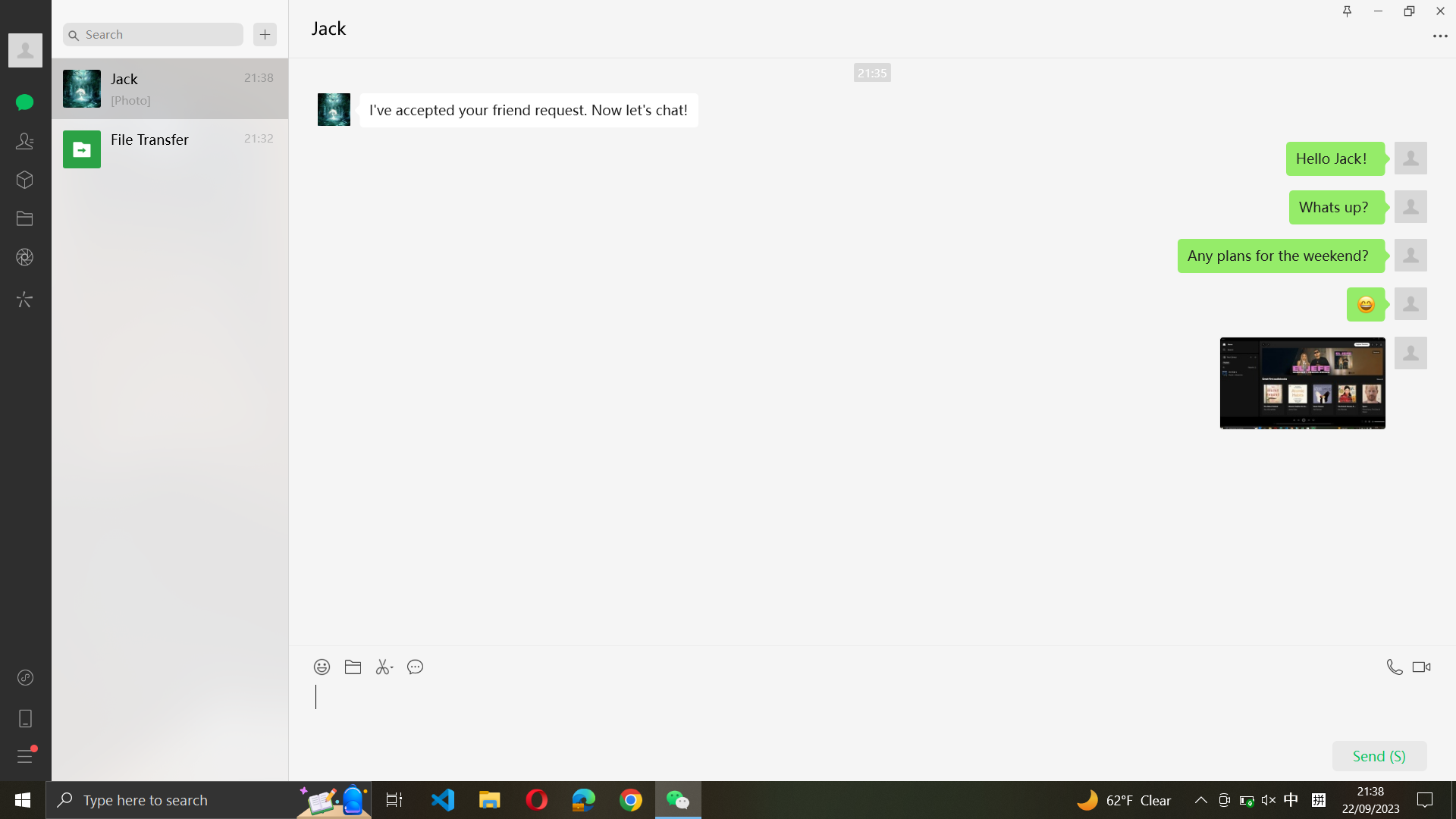  I want to click on the camera feature, so click(26, 258).